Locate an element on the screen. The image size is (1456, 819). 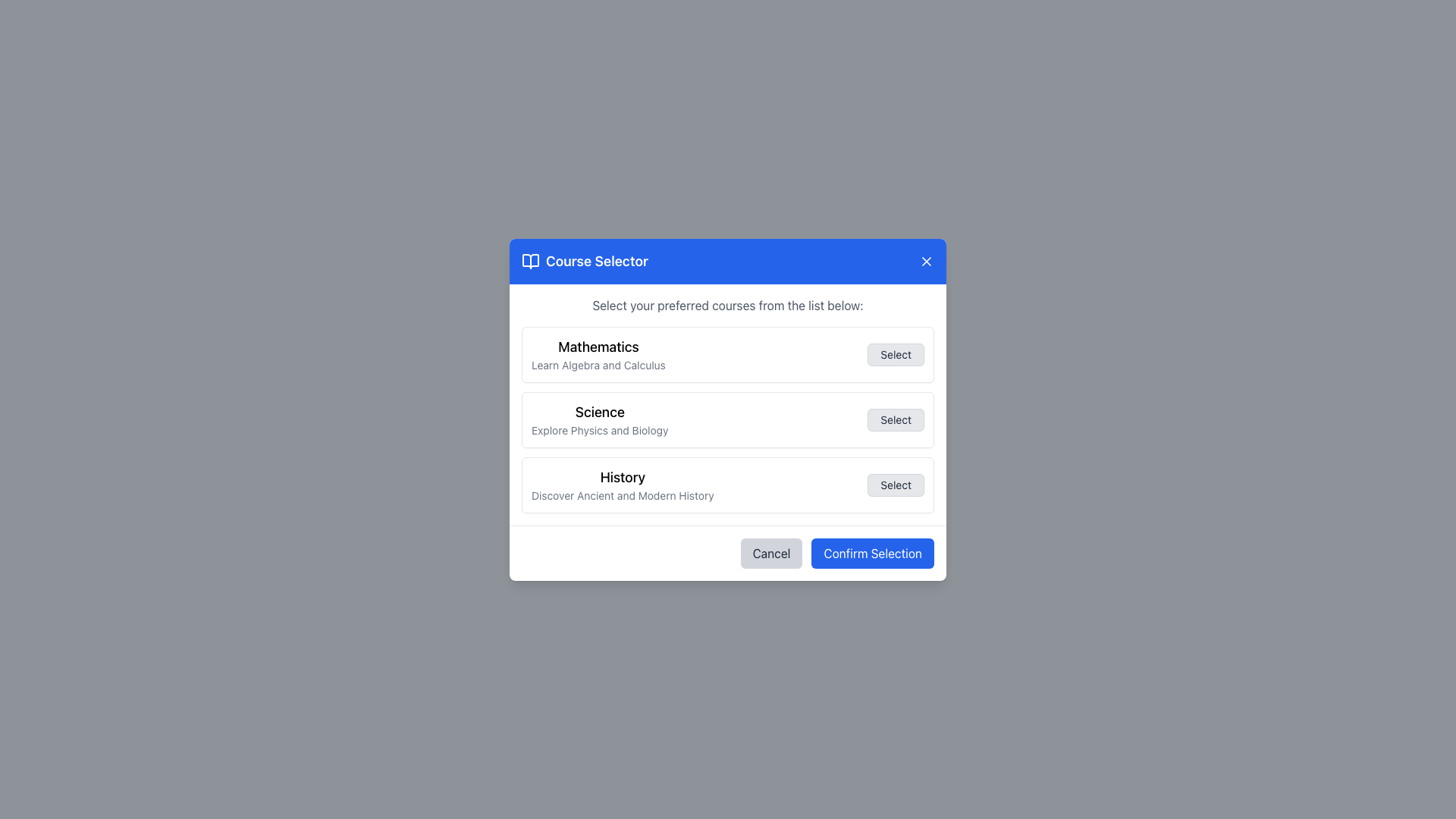
the confirm button located at the bottom-right corner of the dialog box, which is the second button in a horizontal pair next to the 'Cancel' button to confirm the selection is located at coordinates (873, 553).